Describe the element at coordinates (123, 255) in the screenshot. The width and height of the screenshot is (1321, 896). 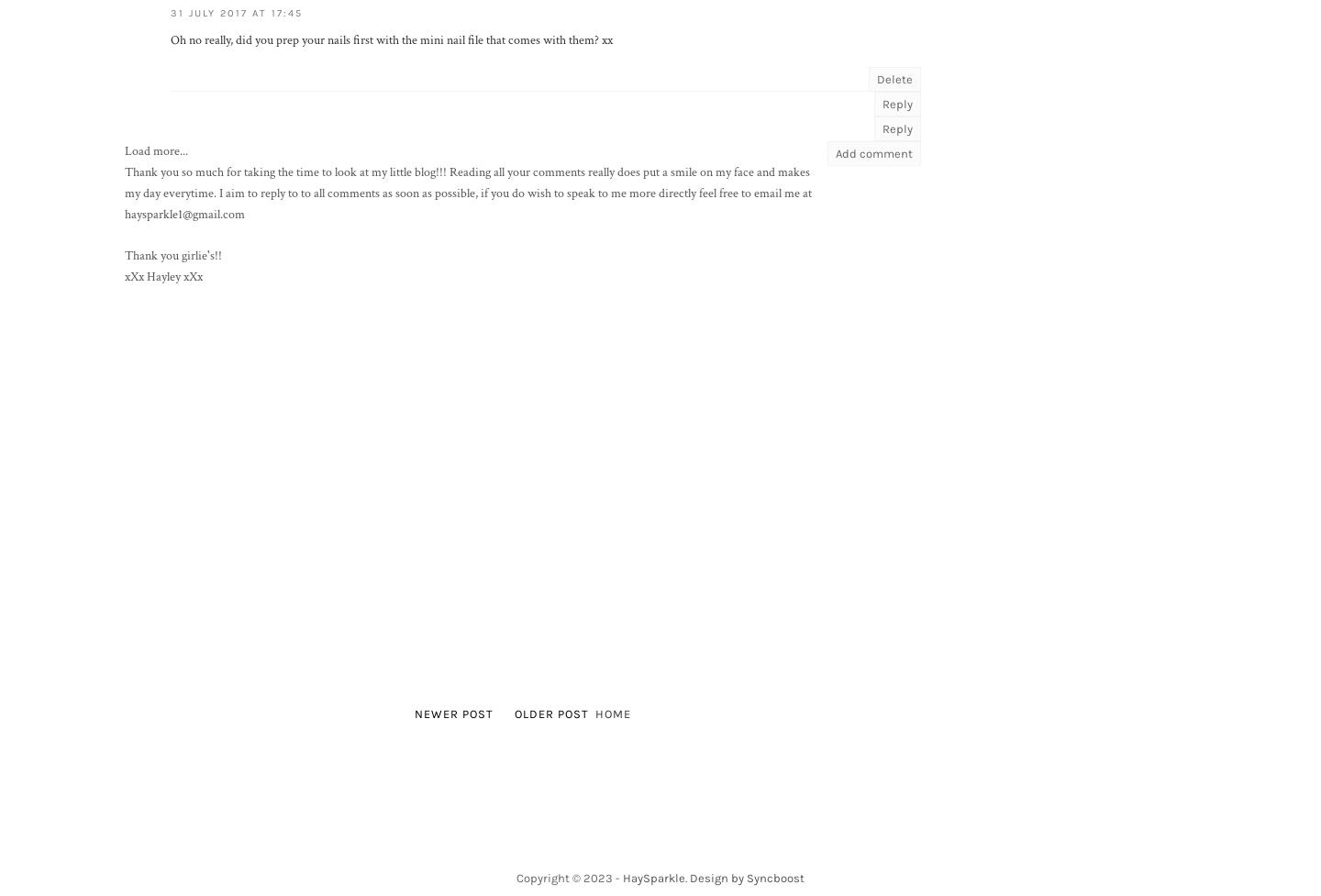
I see `'Thank you girlie's!!'` at that location.